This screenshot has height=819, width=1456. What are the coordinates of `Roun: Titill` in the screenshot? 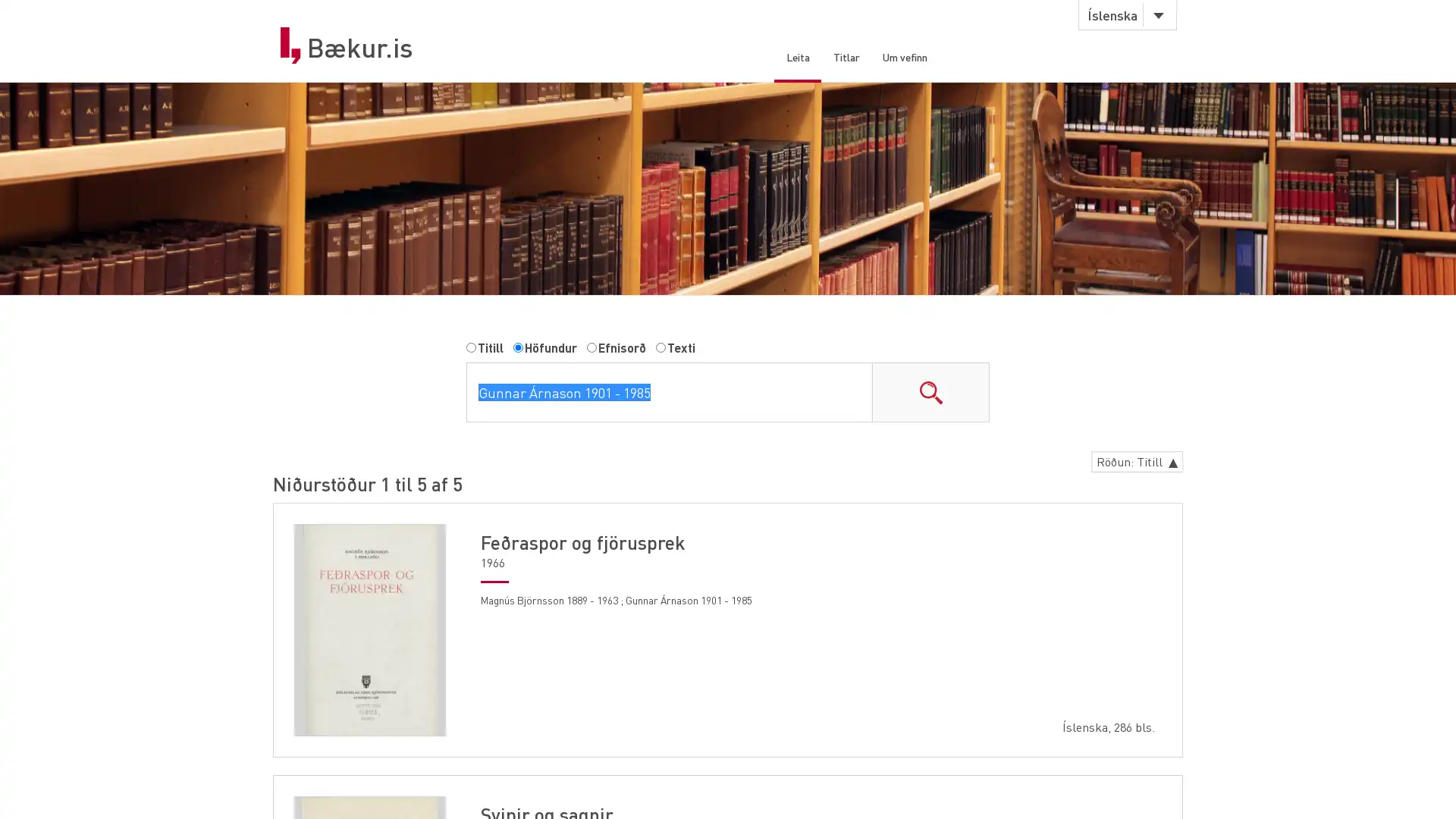 It's located at (1132, 464).